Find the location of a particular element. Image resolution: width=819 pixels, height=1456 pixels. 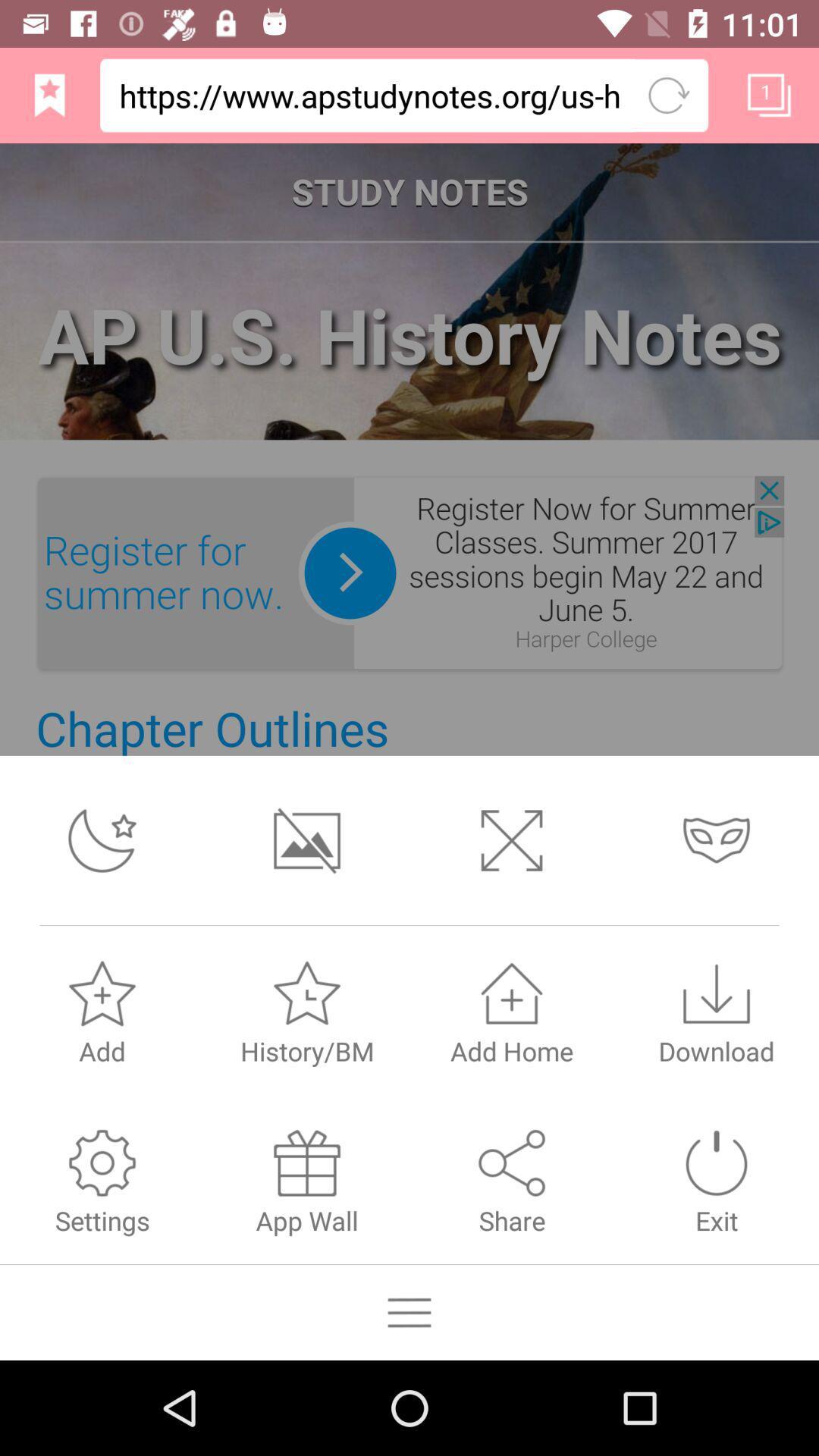

the bookmark icon is located at coordinates (49, 101).